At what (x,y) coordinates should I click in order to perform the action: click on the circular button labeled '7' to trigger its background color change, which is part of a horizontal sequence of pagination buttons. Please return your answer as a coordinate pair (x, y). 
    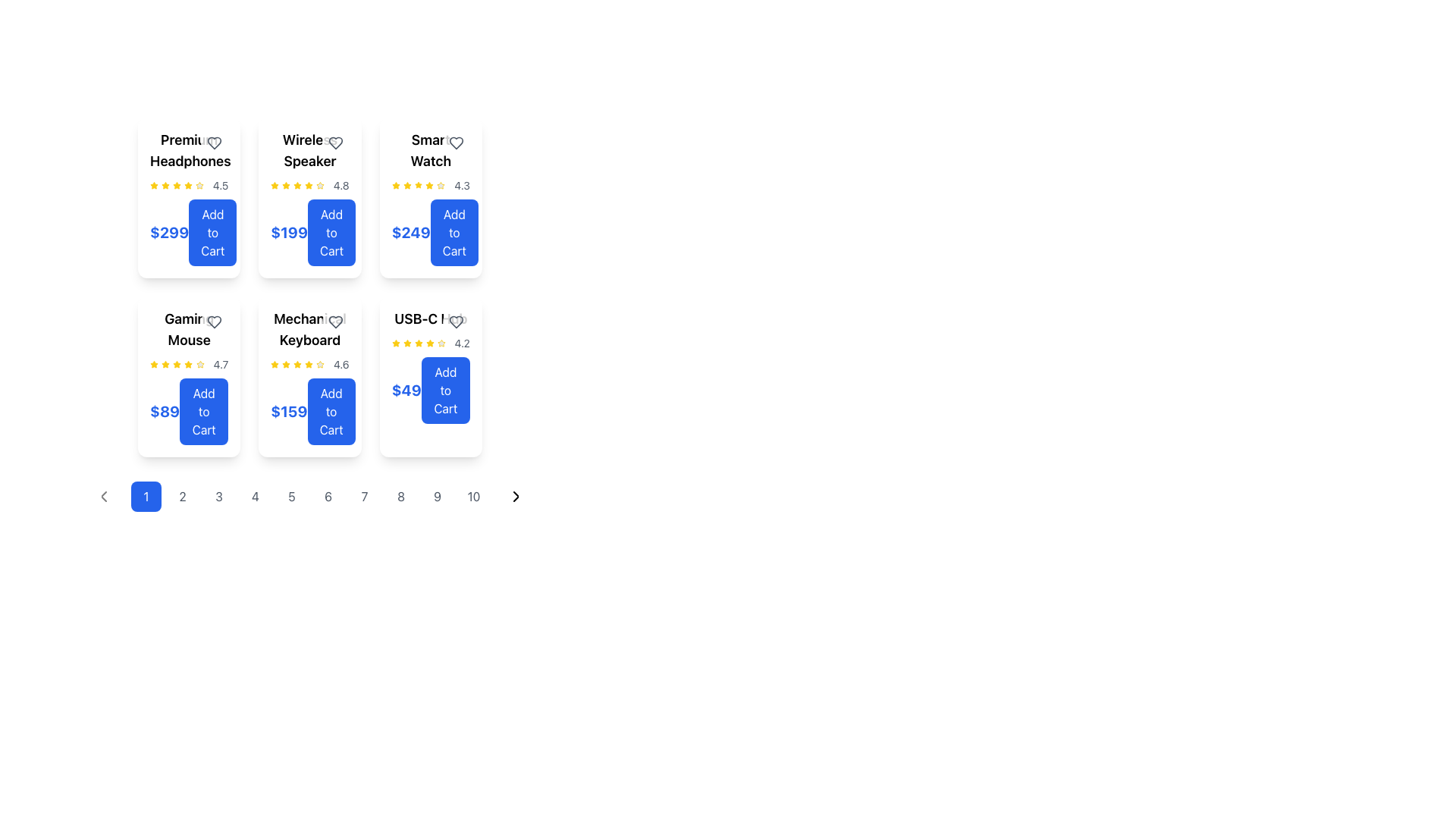
    Looking at the image, I should click on (364, 497).